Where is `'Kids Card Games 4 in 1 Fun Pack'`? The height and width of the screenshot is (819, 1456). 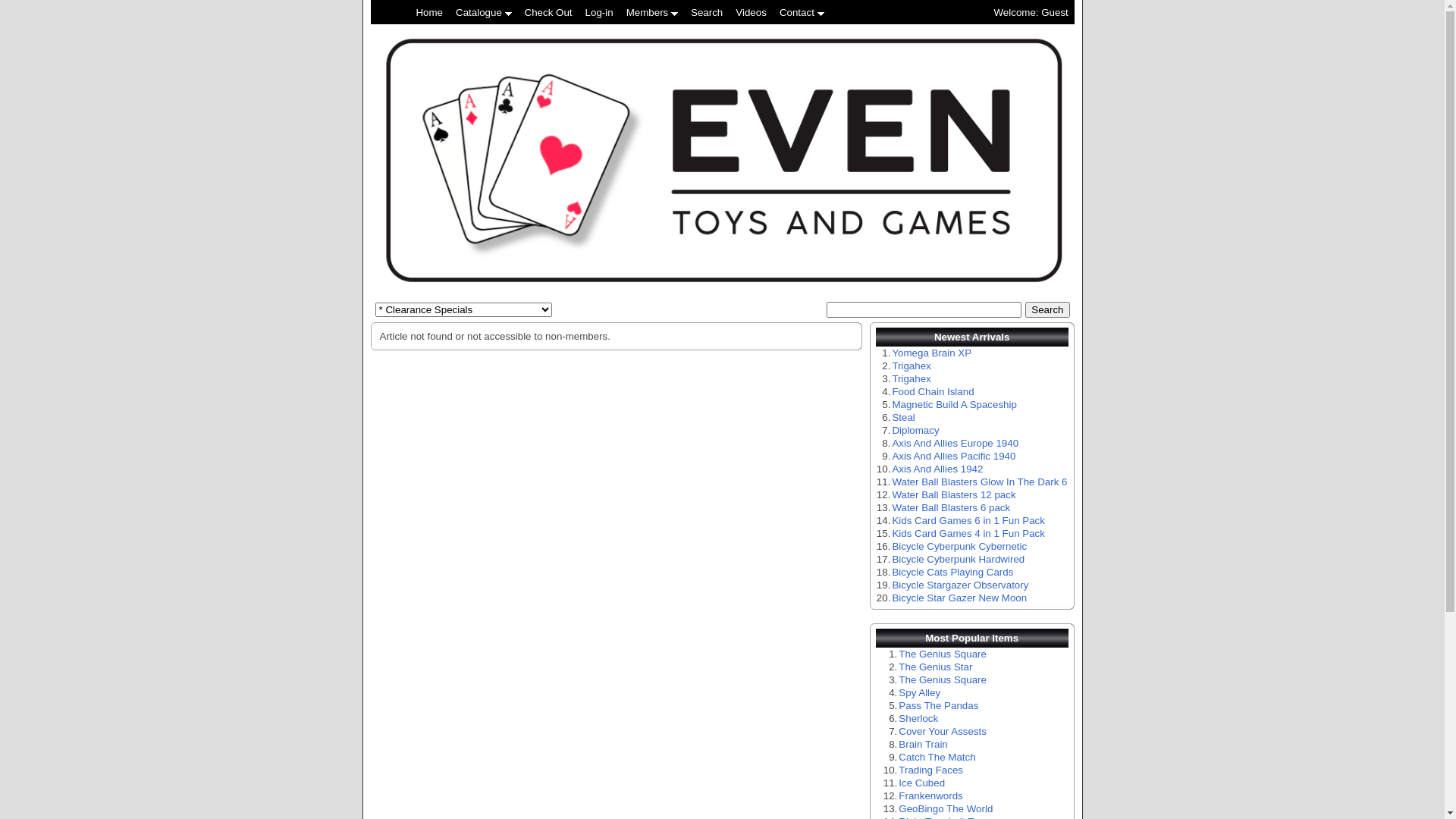
'Kids Card Games 4 in 1 Fun Pack' is located at coordinates (967, 532).